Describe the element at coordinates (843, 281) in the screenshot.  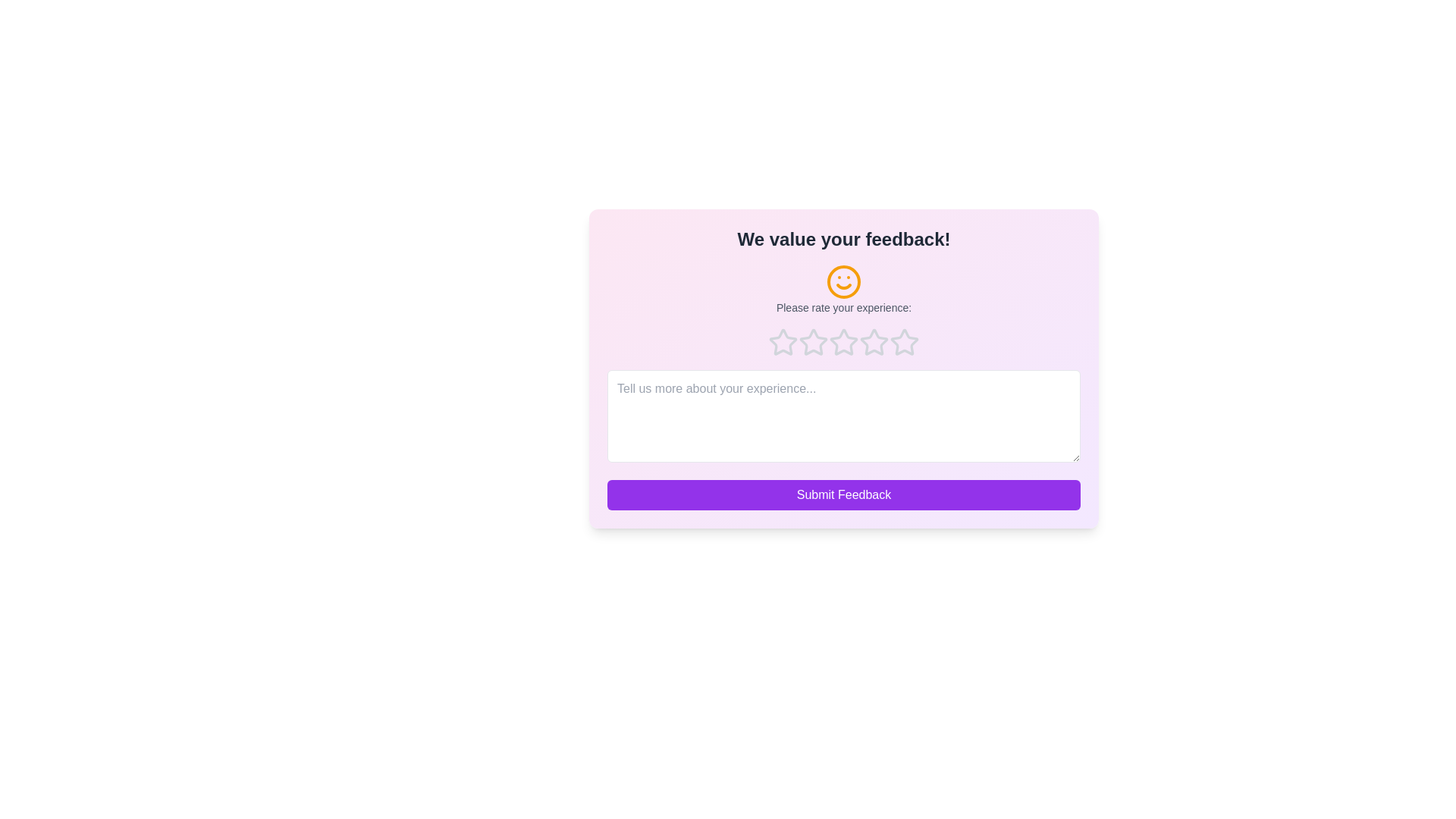
I see `the smiling face icon, which is amber-yellow and located in the purple-themed feedback form, directly above the star rating icons` at that location.